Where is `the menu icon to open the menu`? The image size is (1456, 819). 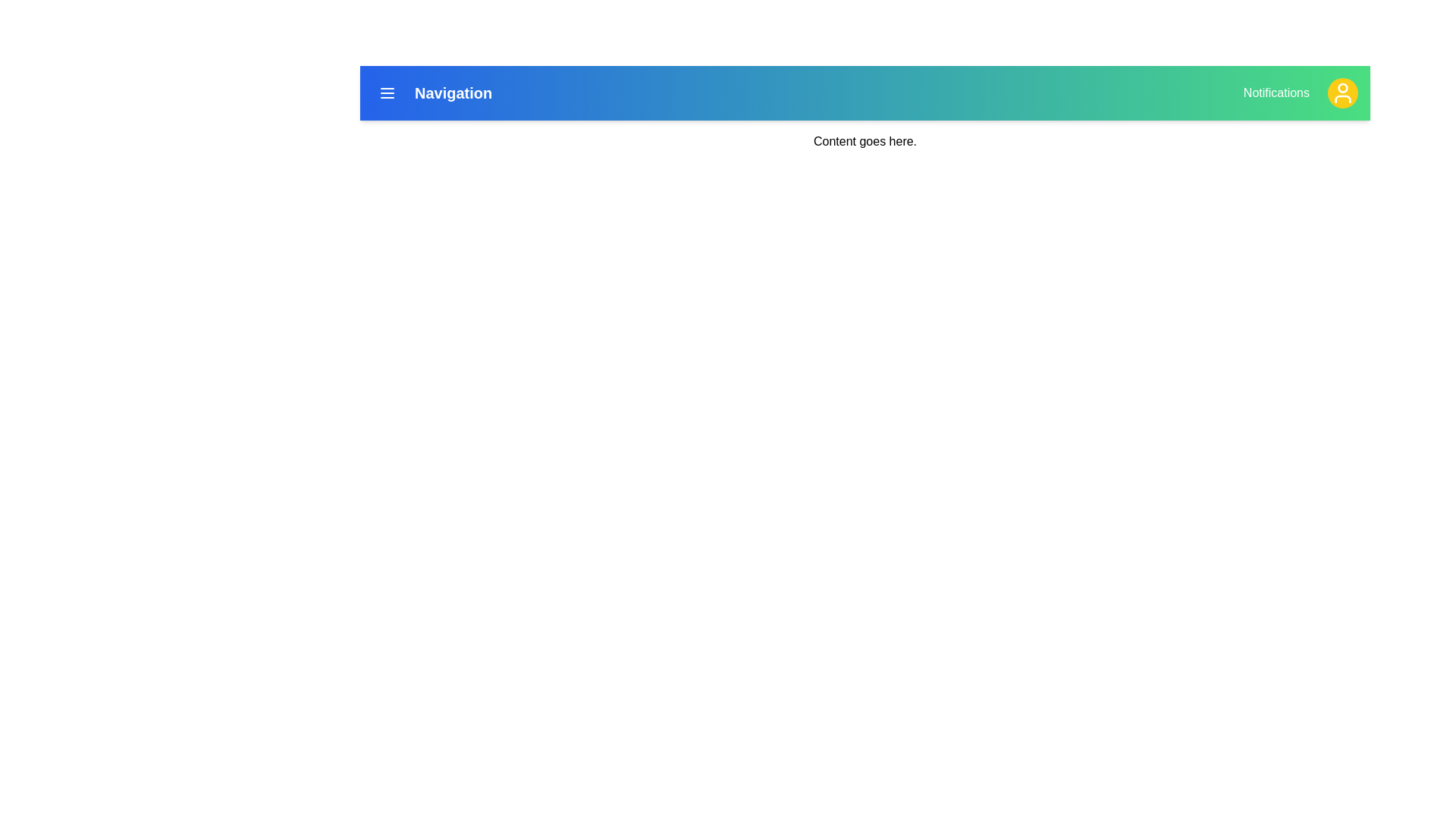
the menu icon to open the menu is located at coordinates (387, 93).